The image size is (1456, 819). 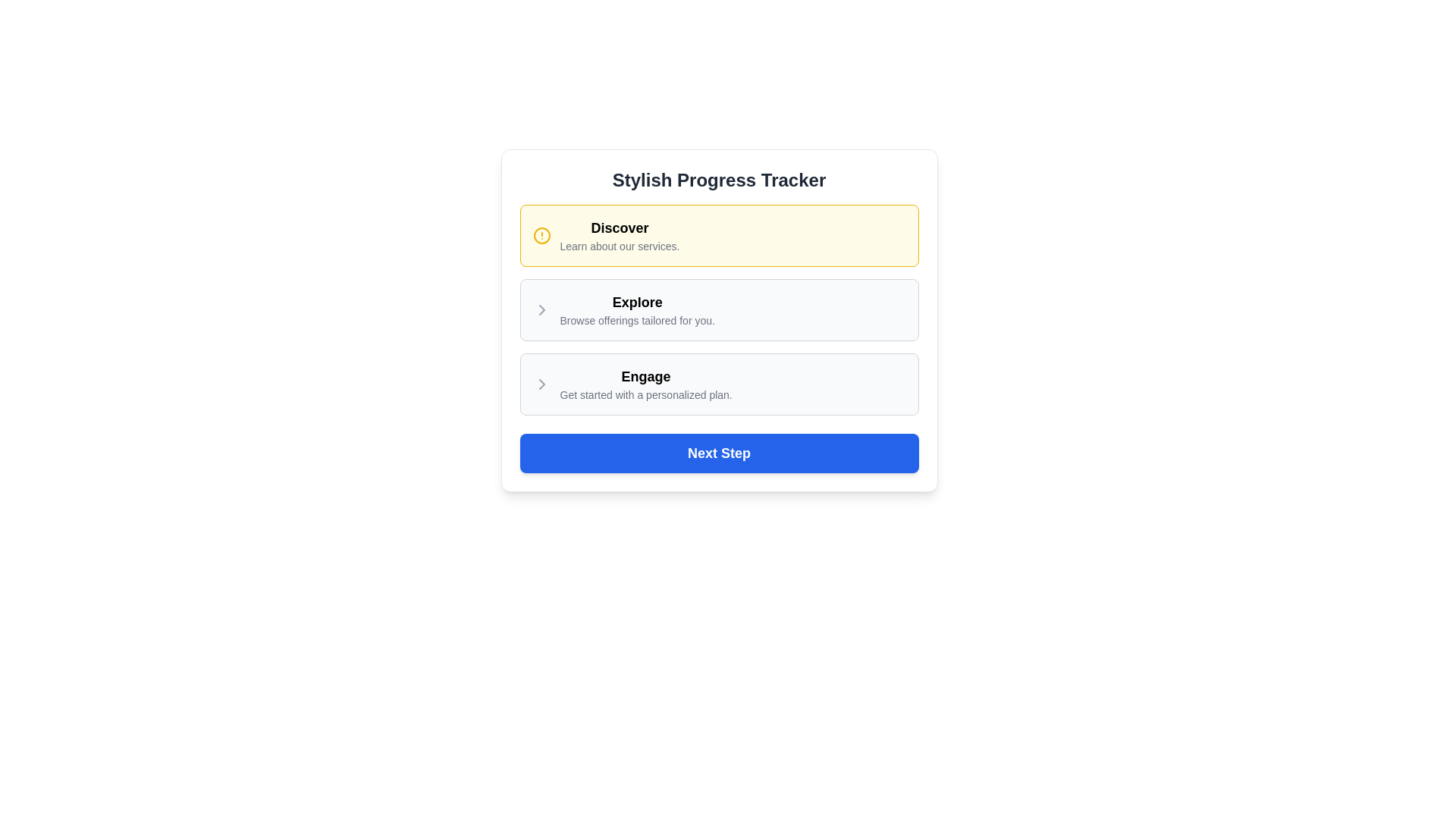 What do you see at coordinates (541, 309) in the screenshot?
I see `the chevron-shaped icon pointing to the right, which is associated with the third item labeled 'Engage' in the 'Stylish Progress Tracker' panel` at bounding box center [541, 309].